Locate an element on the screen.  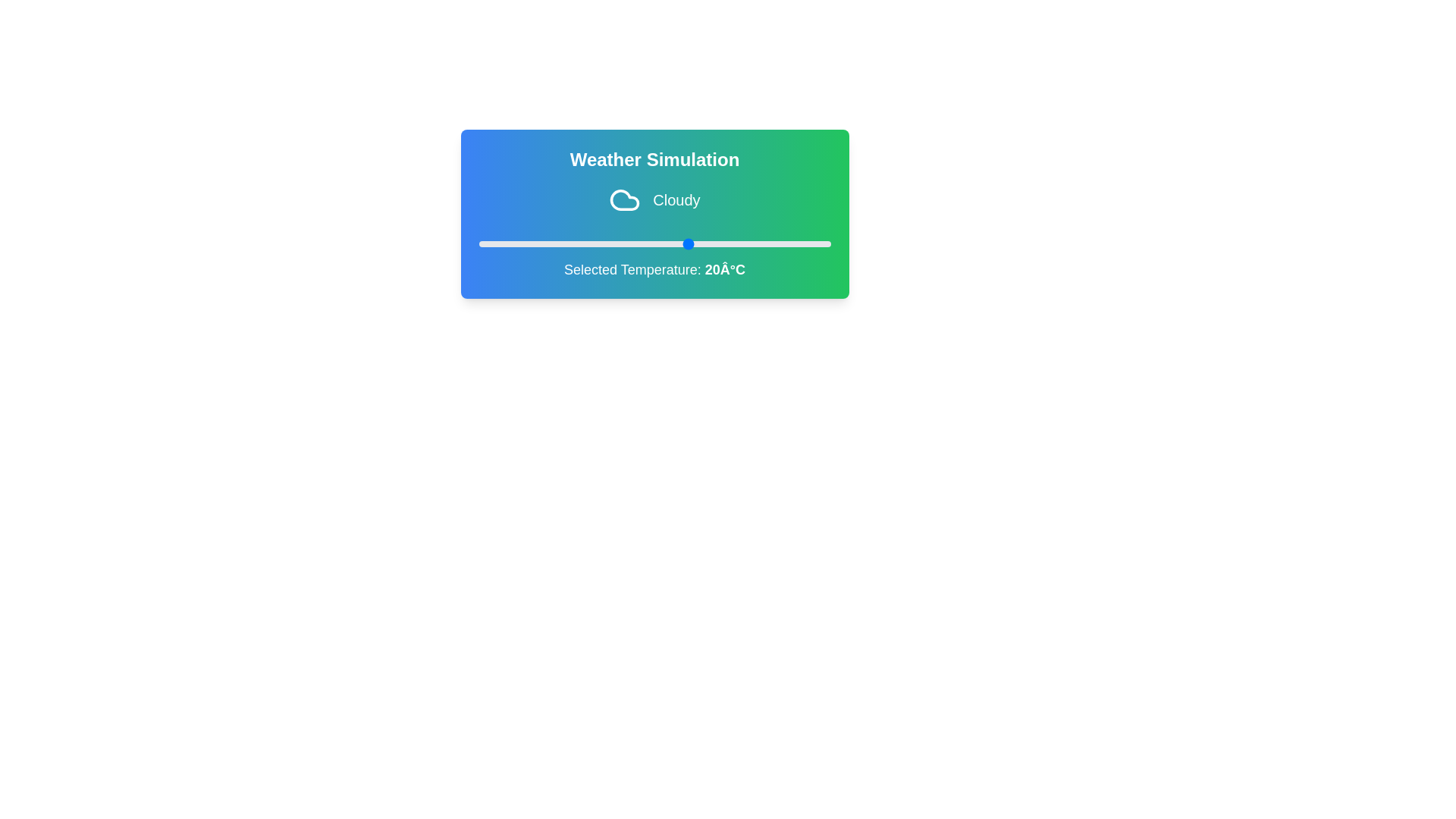
the temperature is located at coordinates (732, 243).